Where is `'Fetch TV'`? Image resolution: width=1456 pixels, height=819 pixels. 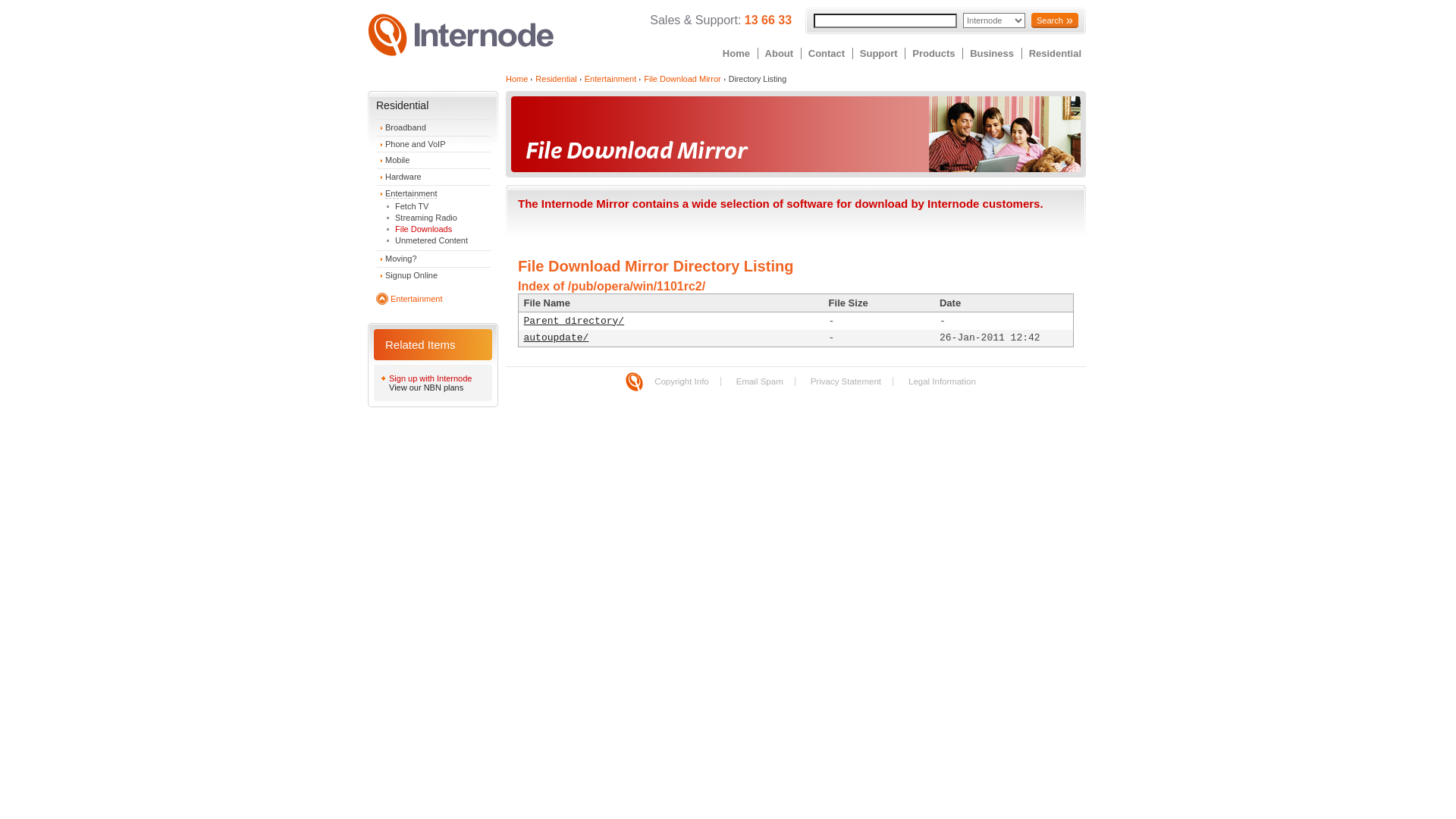 'Fetch TV' is located at coordinates (411, 206).